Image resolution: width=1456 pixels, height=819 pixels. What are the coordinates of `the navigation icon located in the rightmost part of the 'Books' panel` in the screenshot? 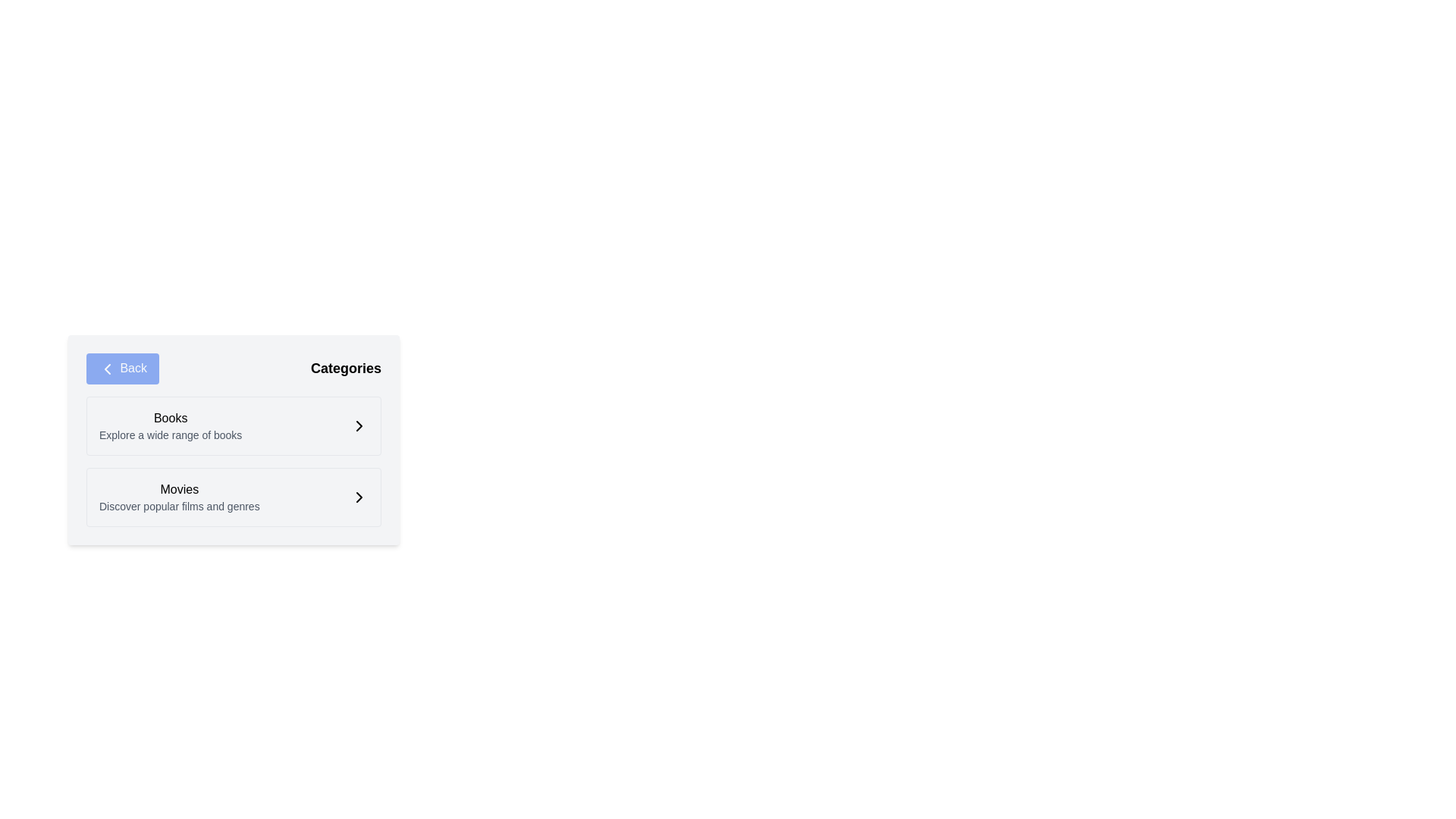 It's located at (359, 425).